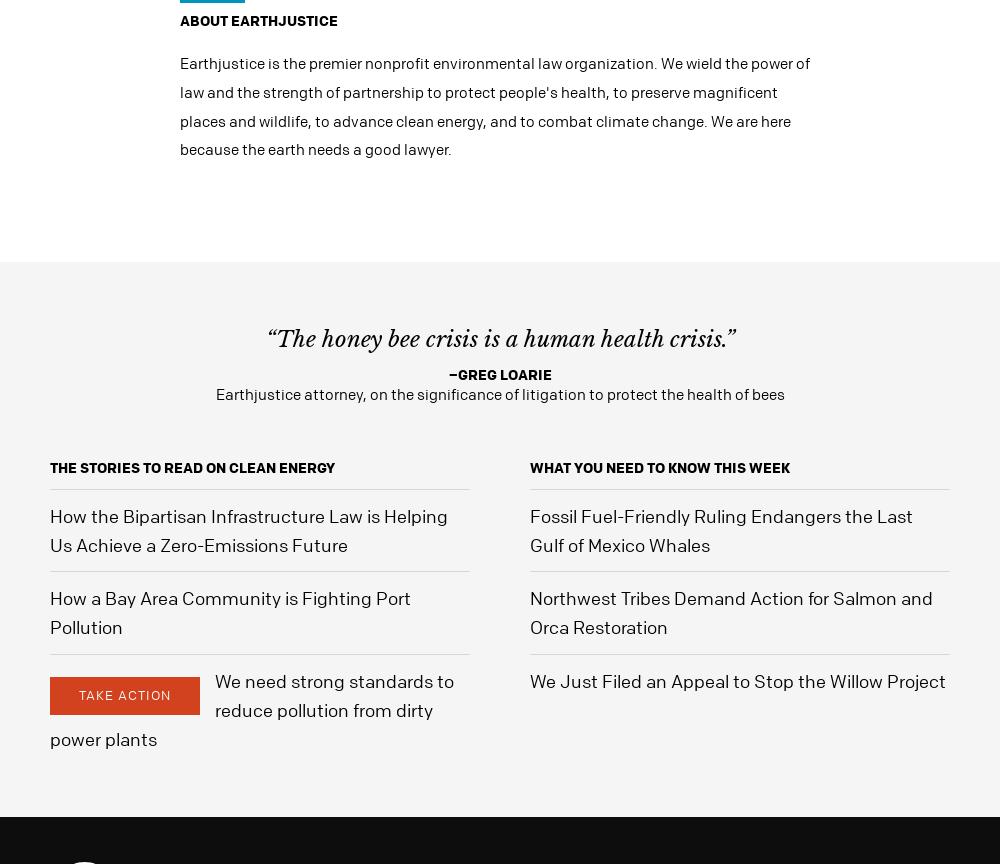 This screenshot has width=1000, height=864. What do you see at coordinates (737, 679) in the screenshot?
I see `'We Just Filed an Appeal to Stop the Willow Project'` at bounding box center [737, 679].